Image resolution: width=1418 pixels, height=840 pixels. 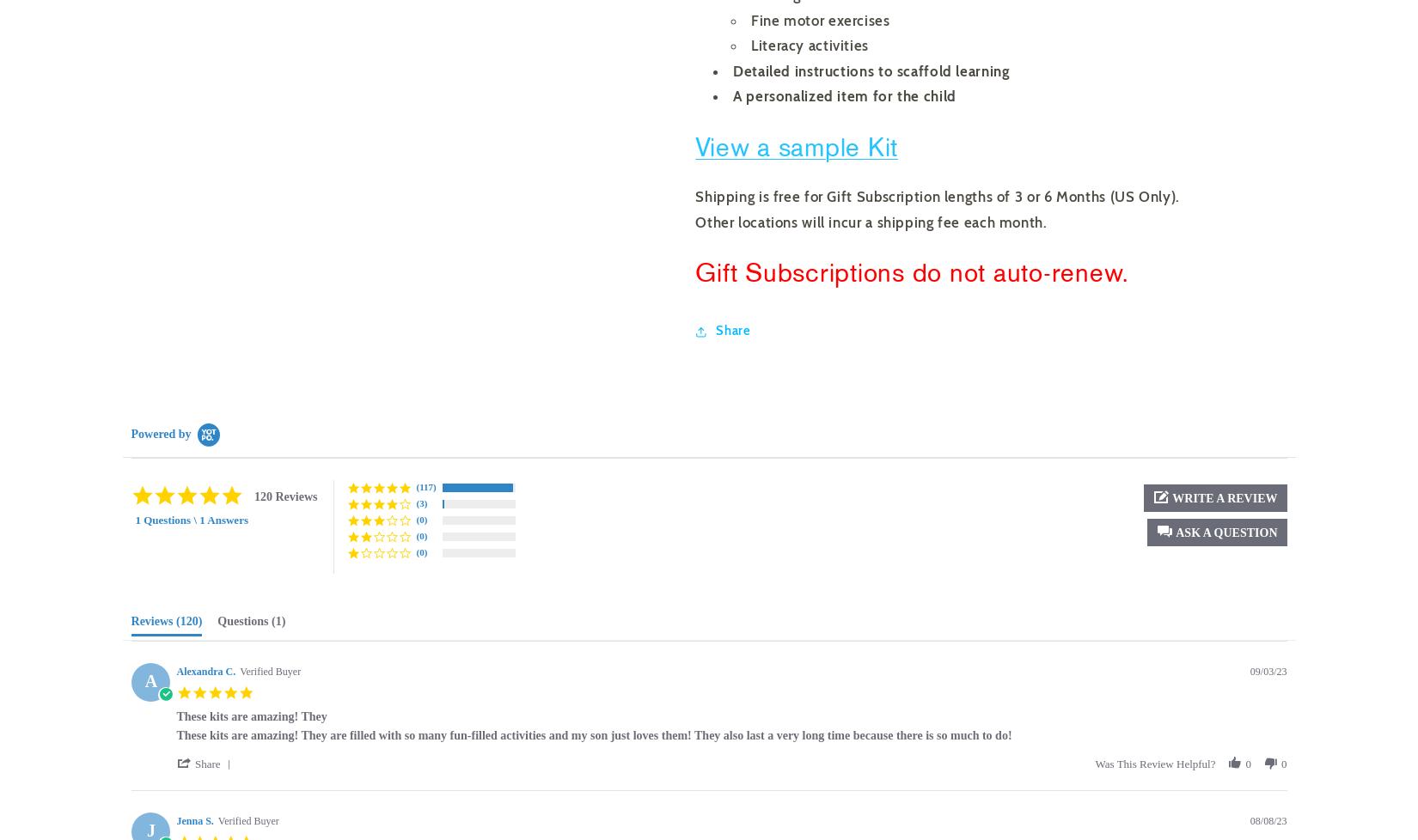 What do you see at coordinates (751, 46) in the screenshot?
I see `'Literacy activities'` at bounding box center [751, 46].